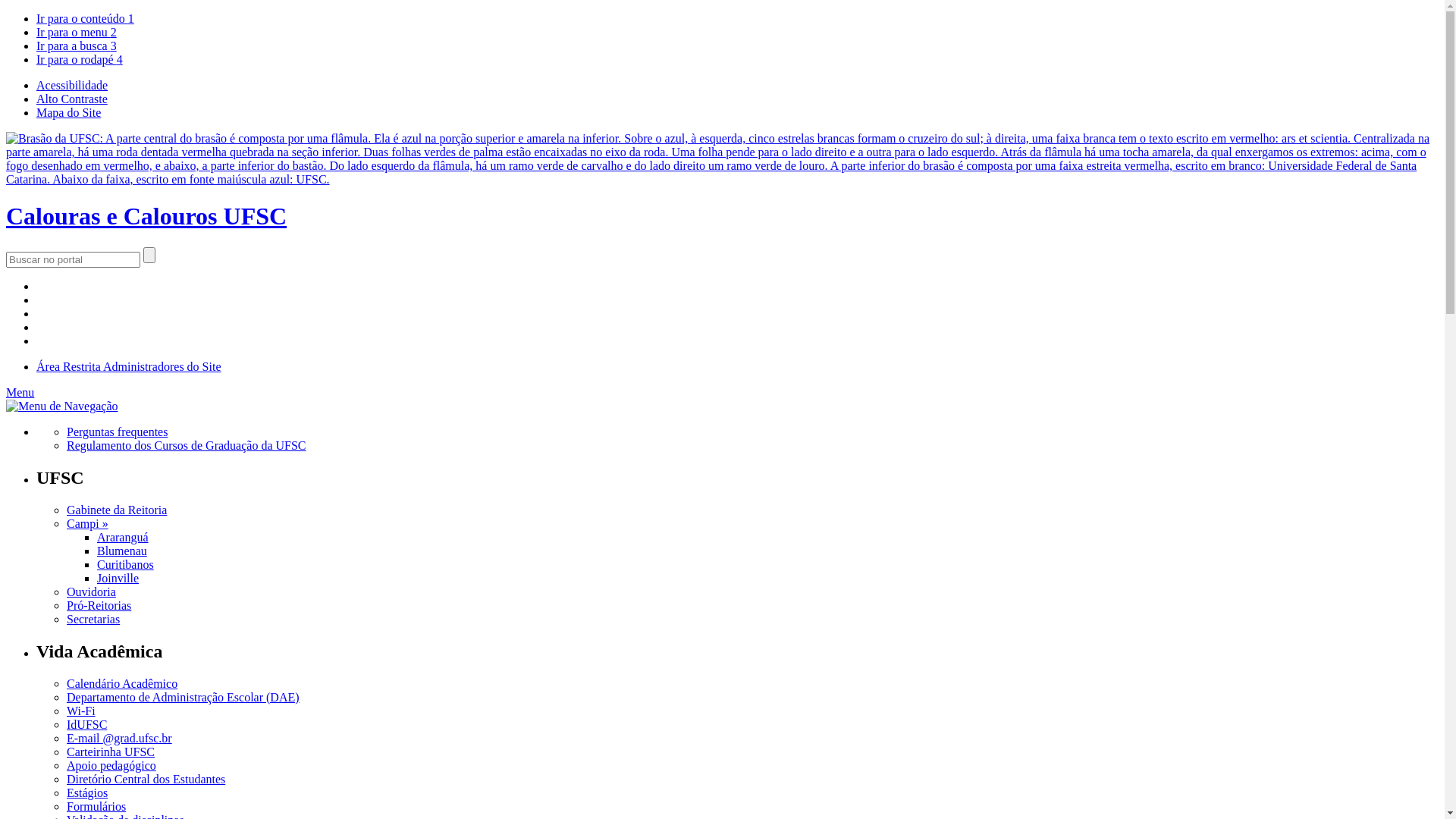  Describe the element at coordinates (75, 45) in the screenshot. I see `'Ir para a busca 3'` at that location.